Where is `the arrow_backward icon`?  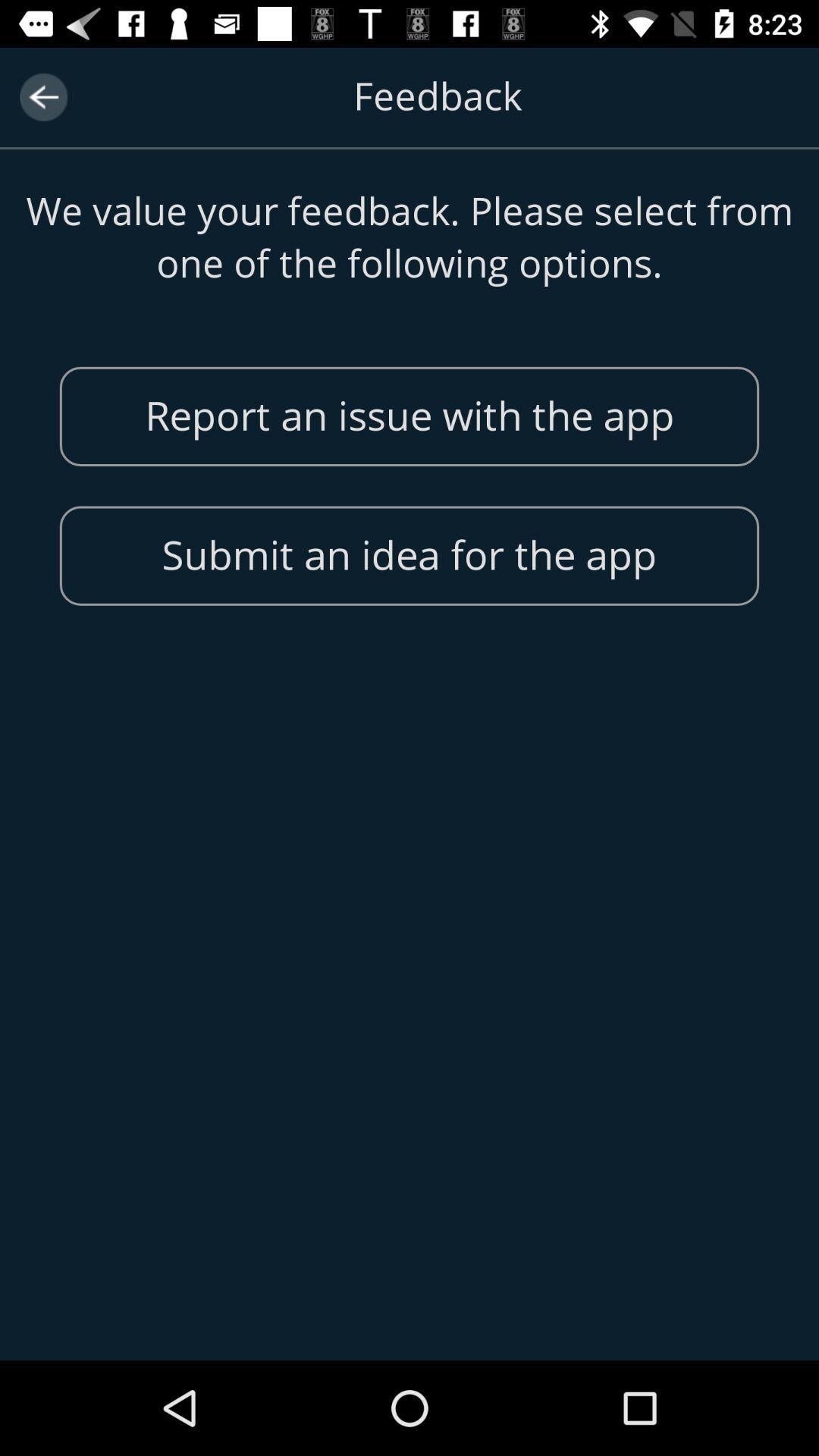
the arrow_backward icon is located at coordinates (42, 96).